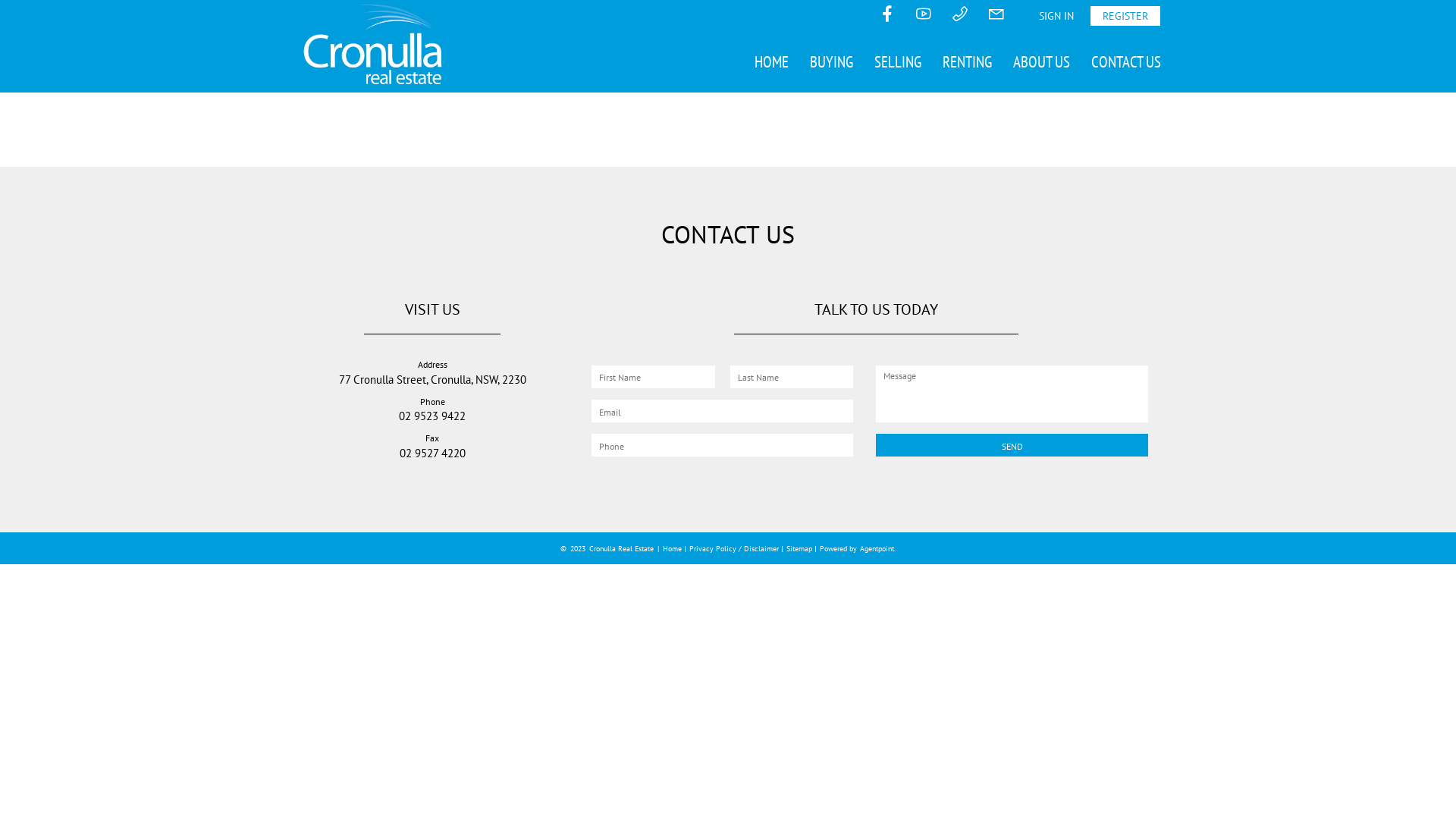 Image resolution: width=1456 pixels, height=819 pixels. Describe the element at coordinates (799, 548) in the screenshot. I see `'Sitemap'` at that location.